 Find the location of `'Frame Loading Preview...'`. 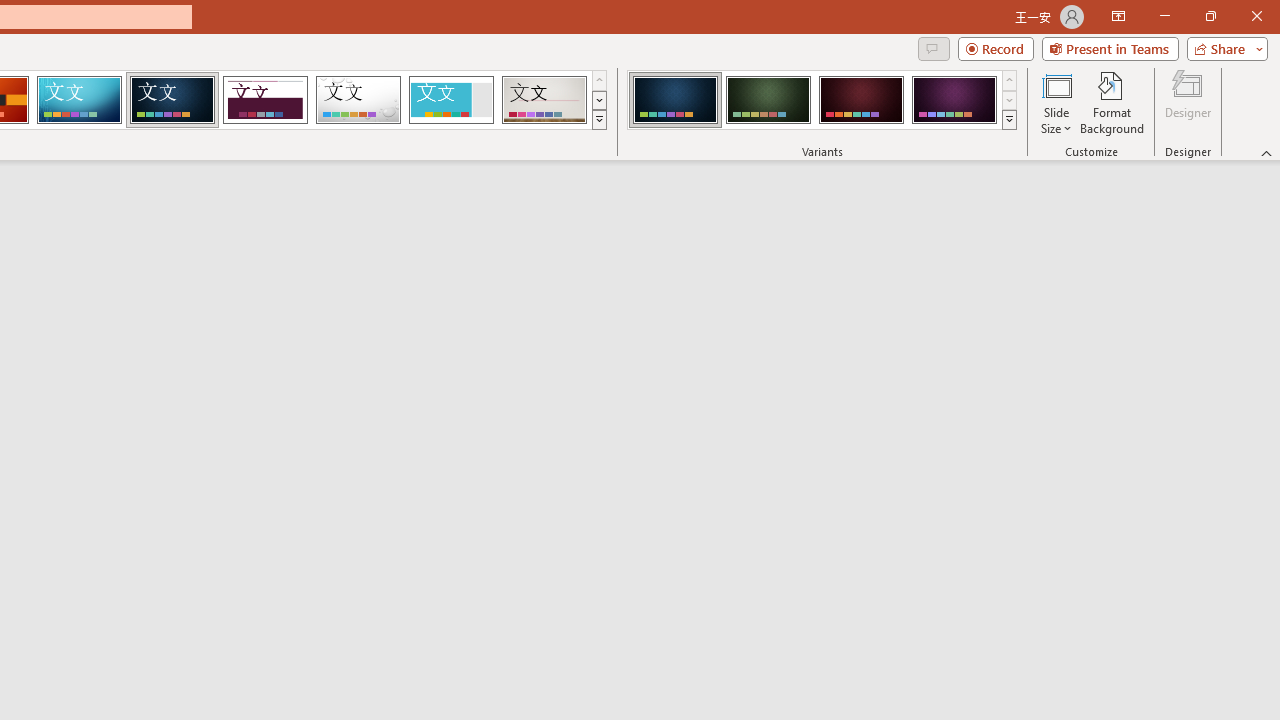

'Frame Loading Preview...' is located at coordinates (450, 100).